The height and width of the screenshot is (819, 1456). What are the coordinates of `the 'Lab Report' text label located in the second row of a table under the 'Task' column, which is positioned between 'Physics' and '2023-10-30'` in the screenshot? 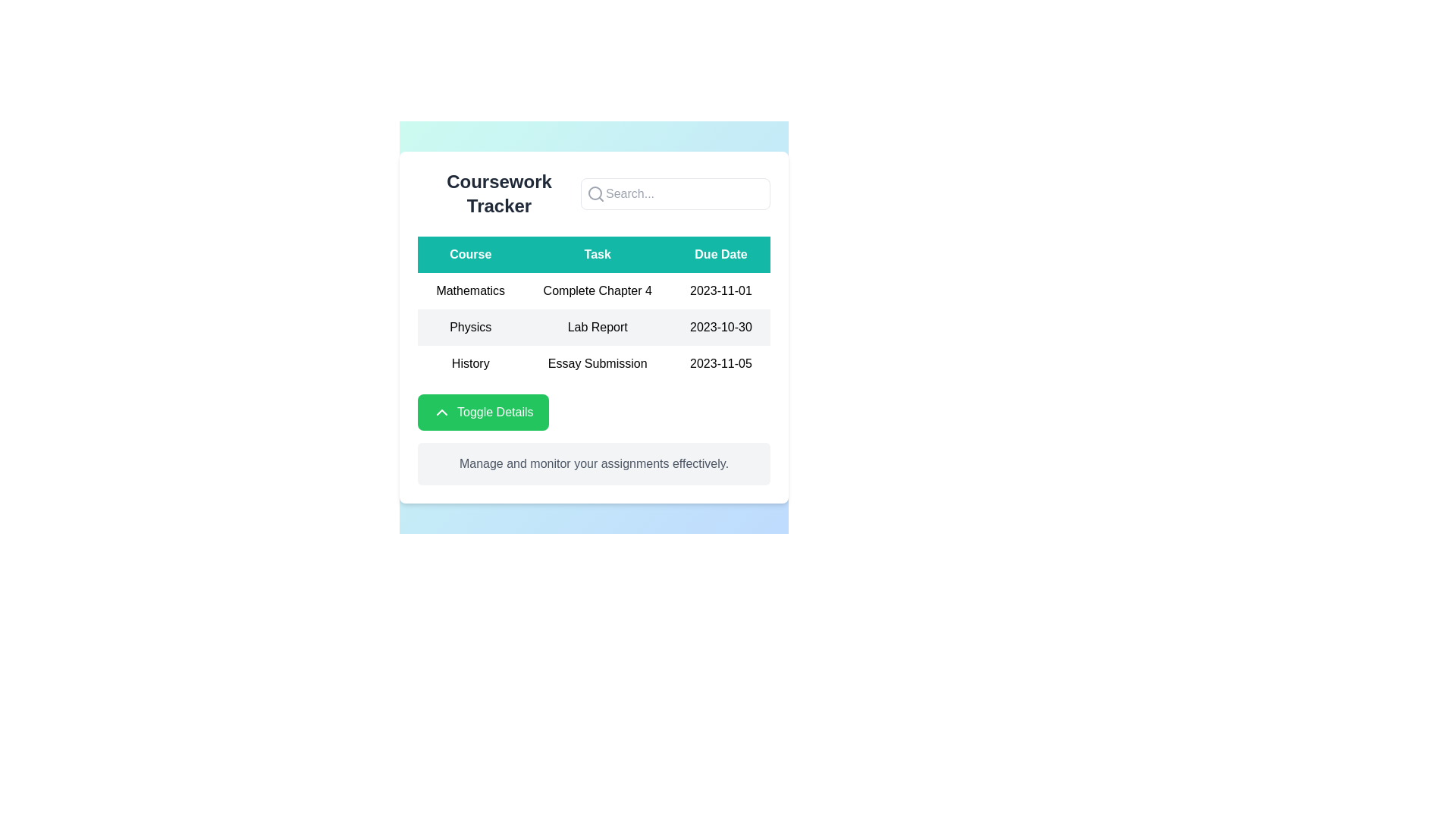 It's located at (597, 327).